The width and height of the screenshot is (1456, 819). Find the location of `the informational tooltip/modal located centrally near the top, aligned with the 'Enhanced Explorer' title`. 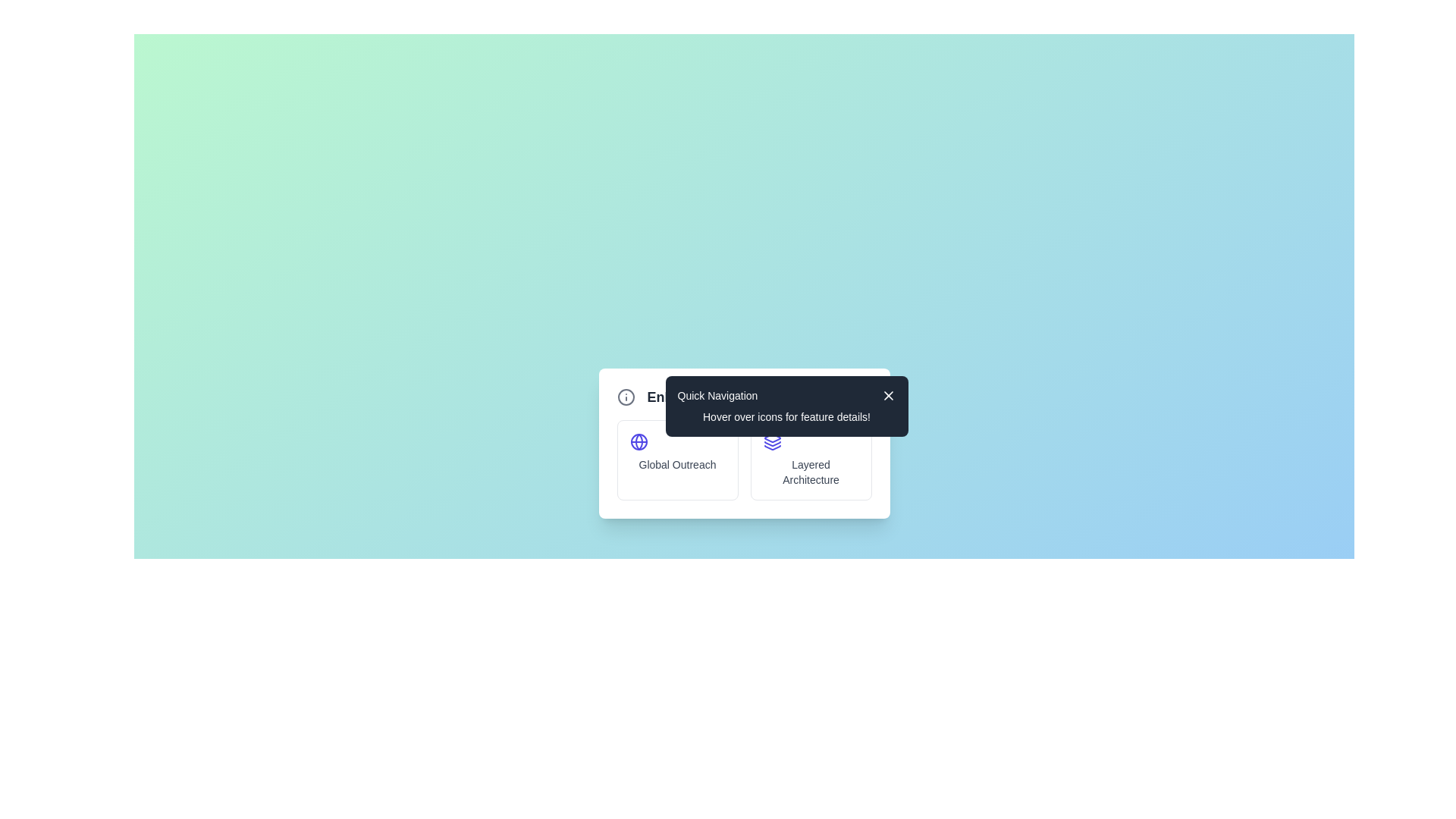

the informational tooltip/modal located centrally near the top, aligned with the 'Enhanced Explorer' title is located at coordinates (768, 397).